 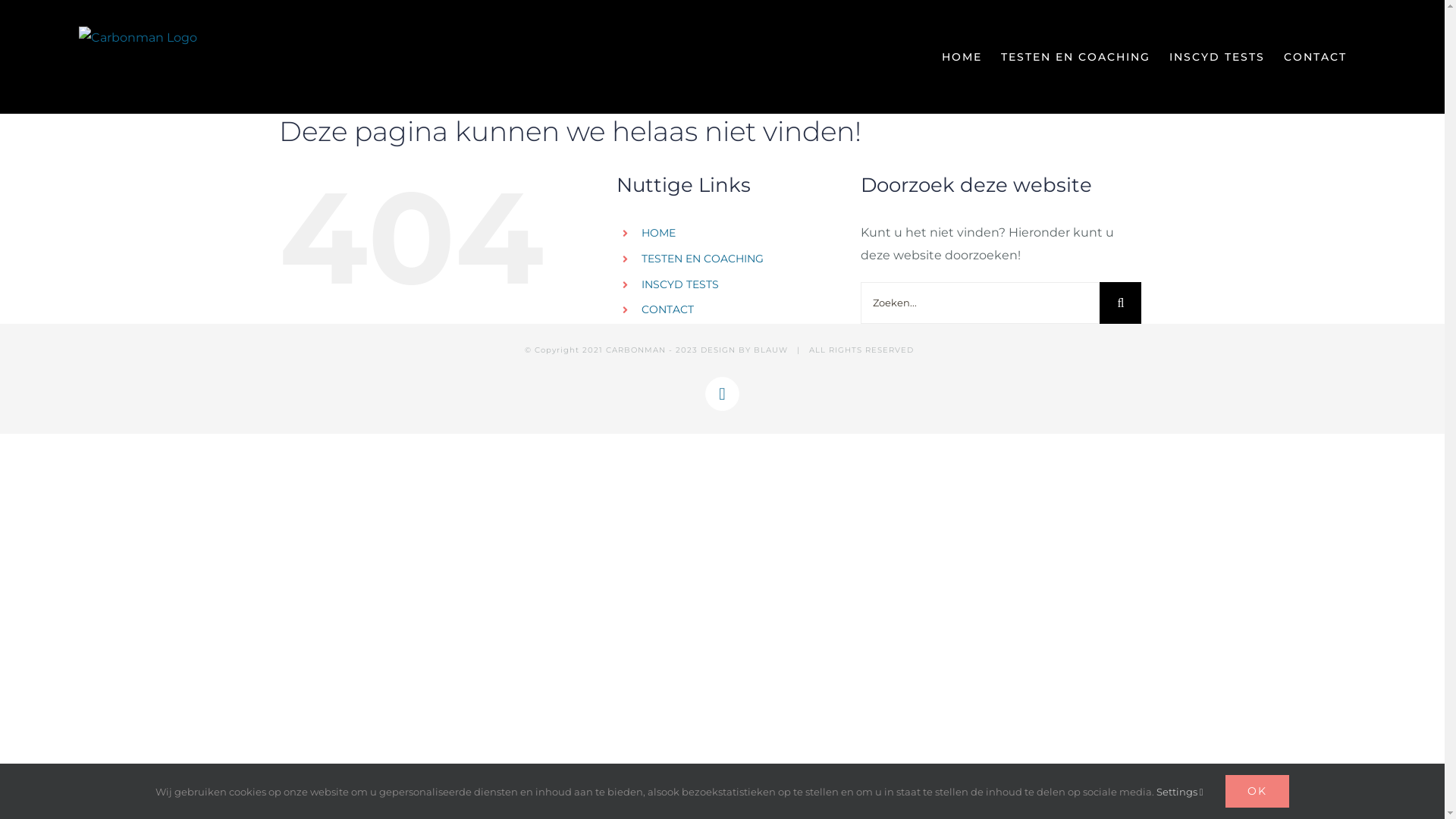 What do you see at coordinates (1168, 55) in the screenshot?
I see `'INSCYD TESTS'` at bounding box center [1168, 55].